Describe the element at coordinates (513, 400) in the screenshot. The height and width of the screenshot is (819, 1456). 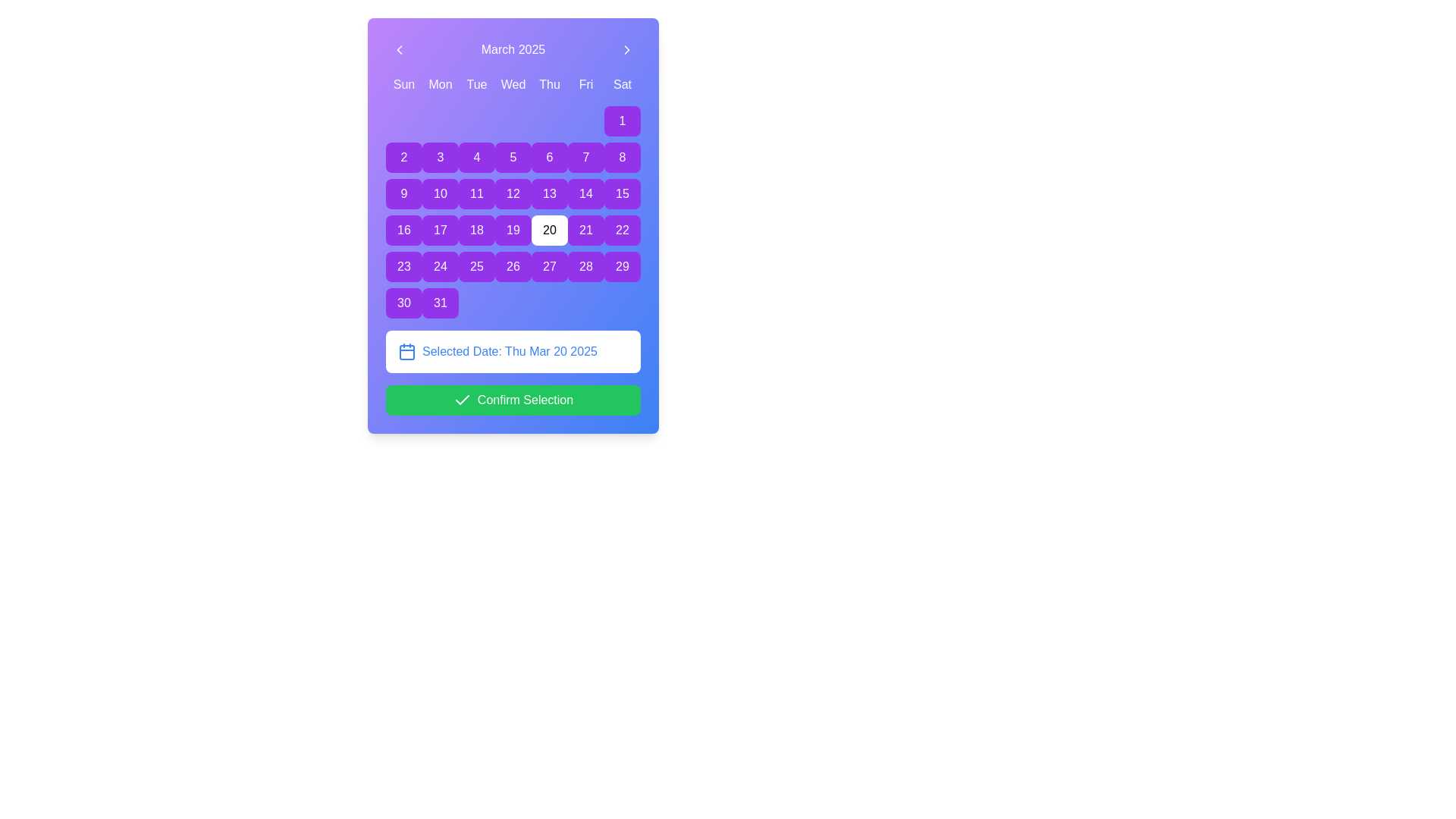
I see `the confirmation button located at the bottom of the calendar interface to confirm the selected date` at that location.